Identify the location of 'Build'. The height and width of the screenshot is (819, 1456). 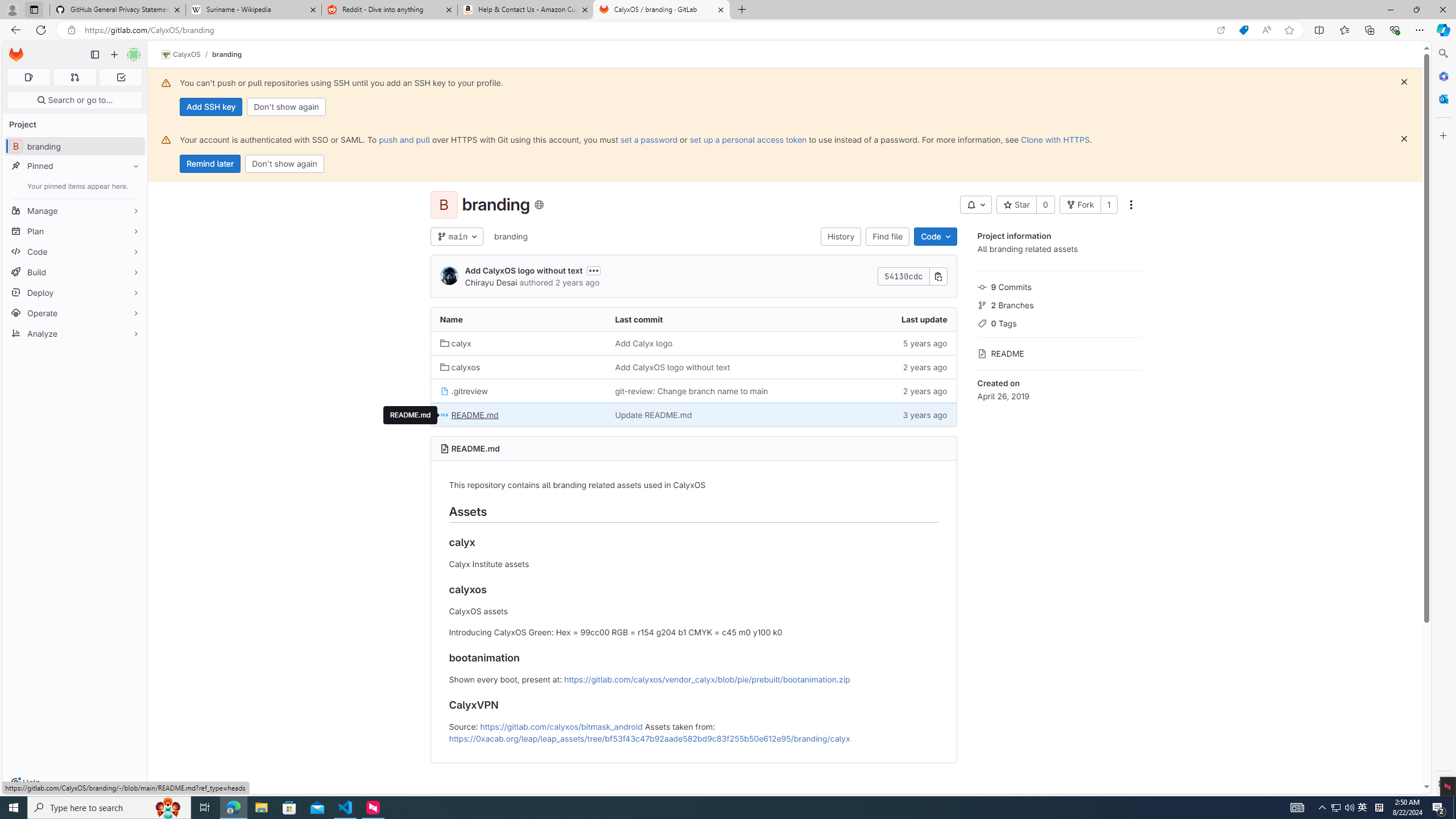
(74, 272).